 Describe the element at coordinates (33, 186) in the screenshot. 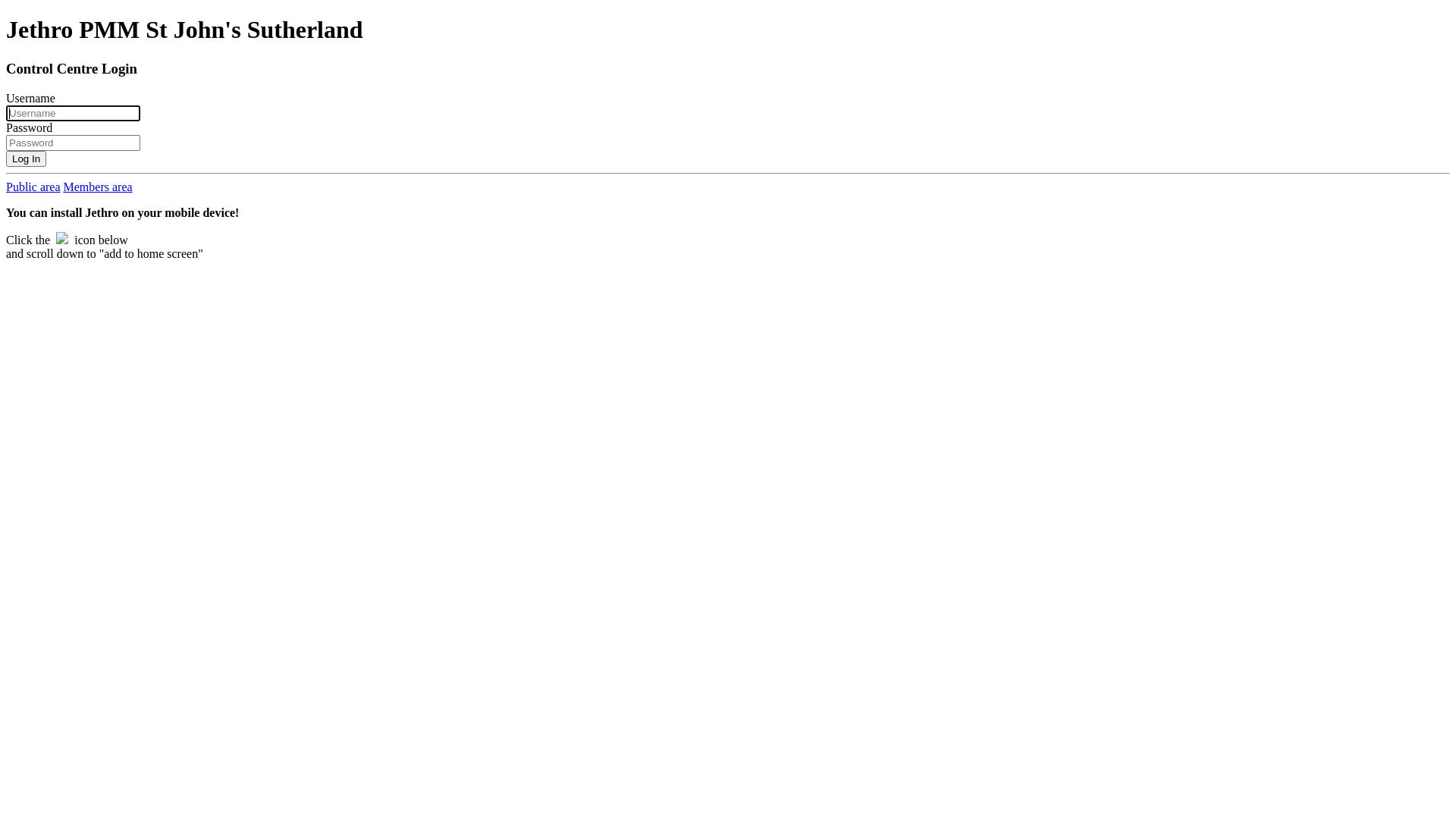

I see `'Public area'` at that location.